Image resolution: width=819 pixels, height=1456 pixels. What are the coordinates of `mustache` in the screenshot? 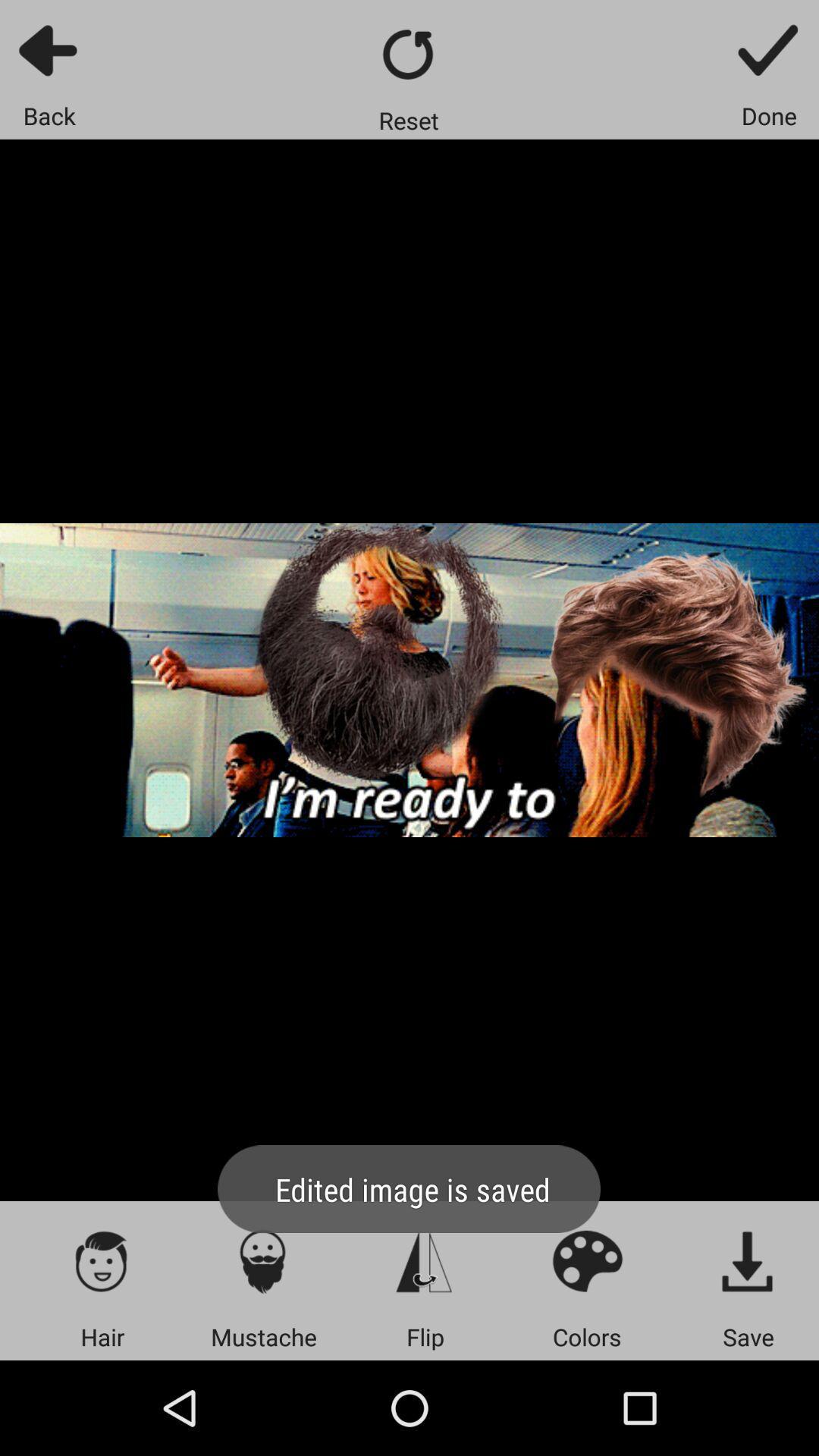 It's located at (262, 1260).